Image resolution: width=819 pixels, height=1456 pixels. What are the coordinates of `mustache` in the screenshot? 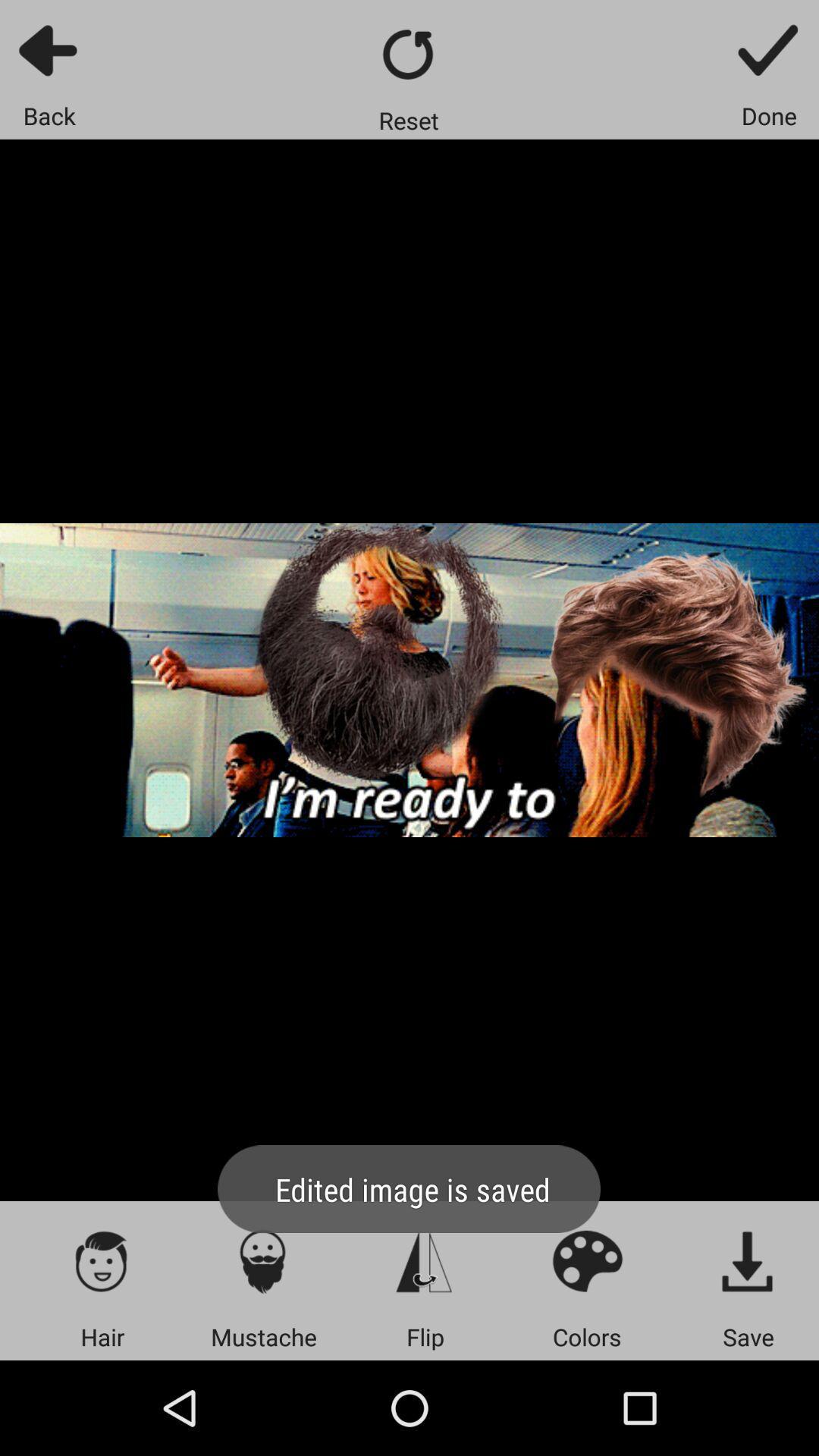 It's located at (262, 1260).